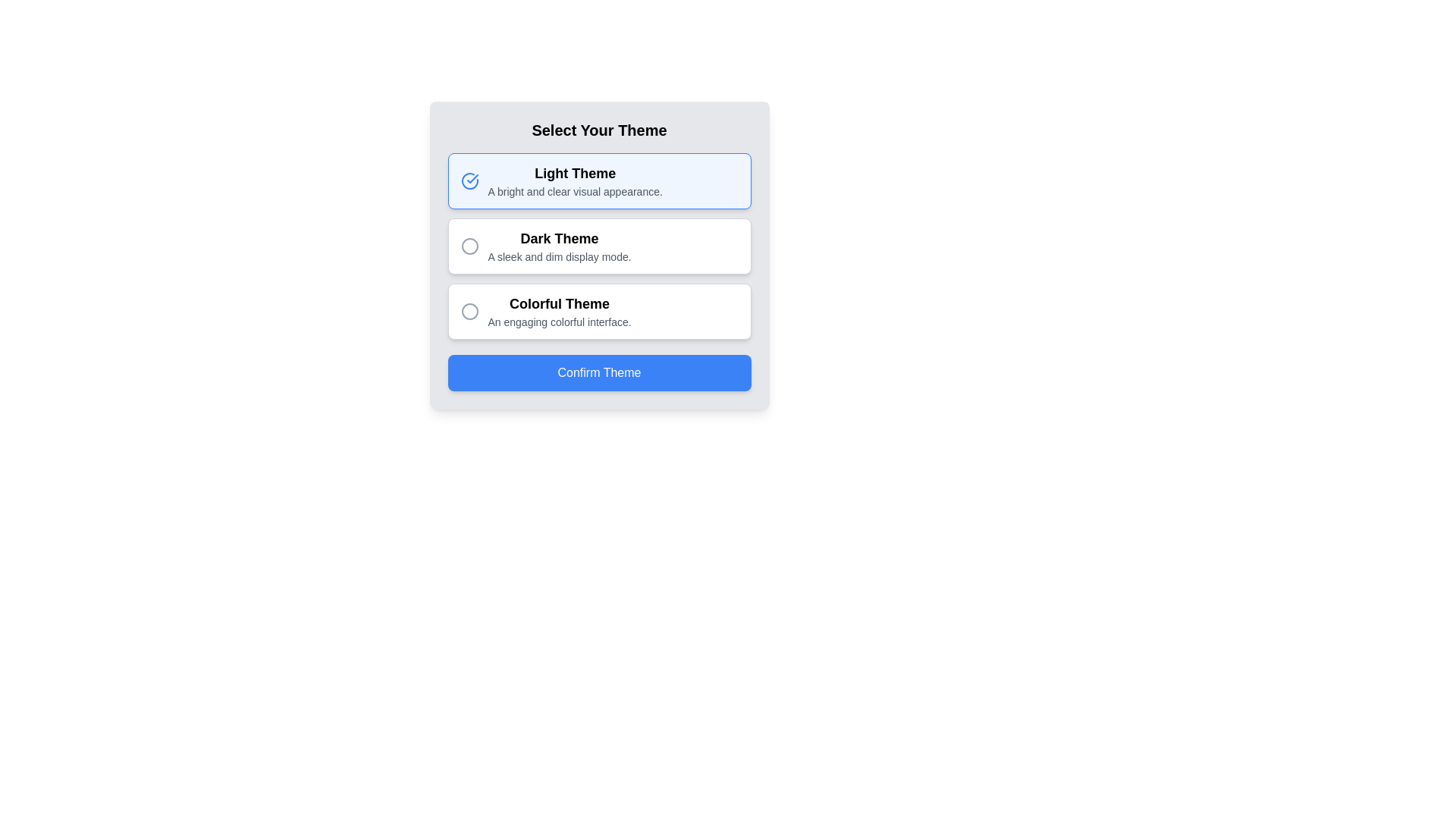  What do you see at coordinates (598, 373) in the screenshot?
I see `the blue button labeled 'Confirm Theme' at the bottom of the dialog box to confirm the selection` at bounding box center [598, 373].